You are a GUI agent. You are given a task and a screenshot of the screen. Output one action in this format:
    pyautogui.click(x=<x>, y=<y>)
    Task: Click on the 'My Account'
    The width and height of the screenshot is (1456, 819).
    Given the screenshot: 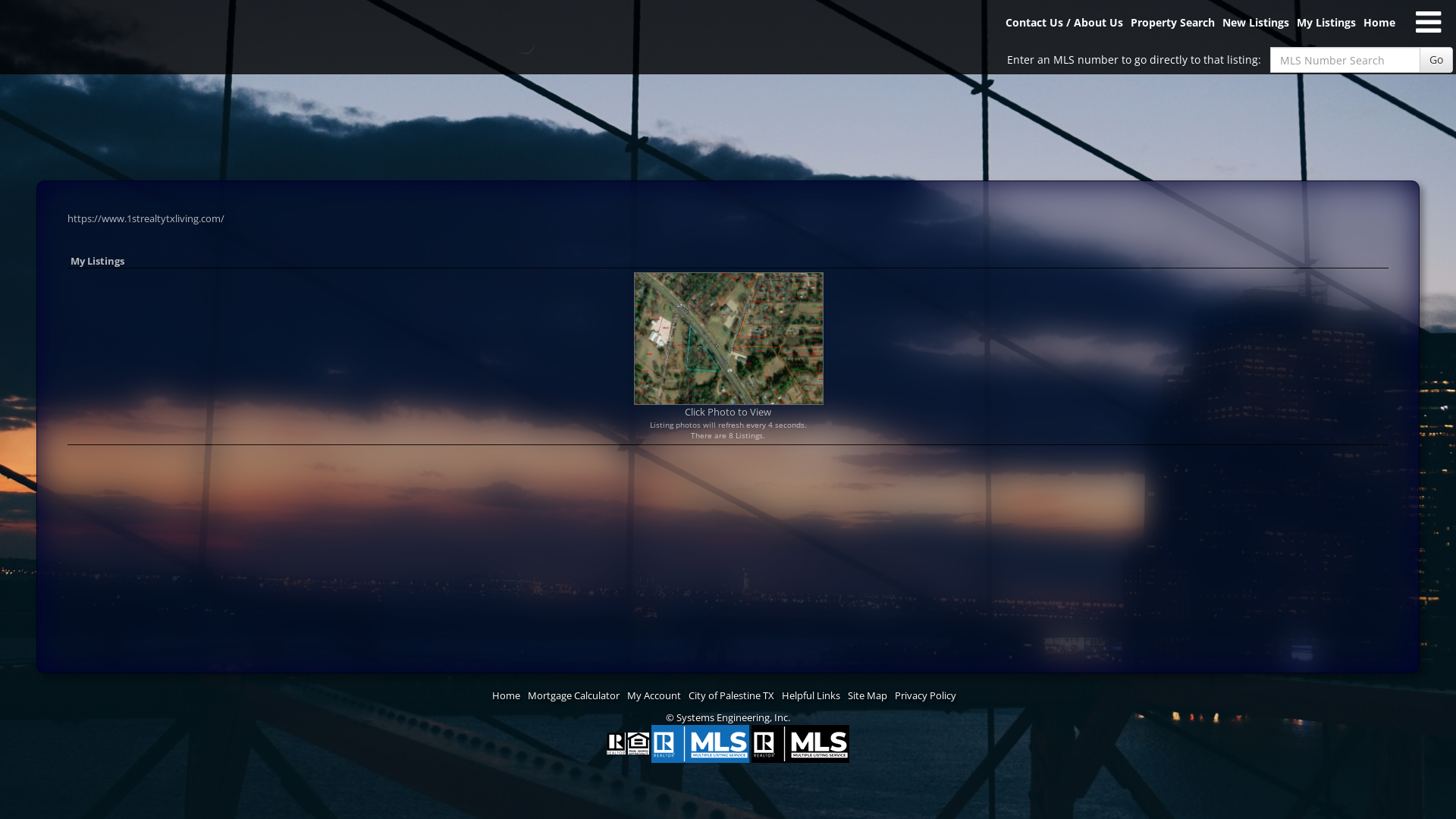 What is the action you would take?
    pyautogui.click(x=654, y=695)
    